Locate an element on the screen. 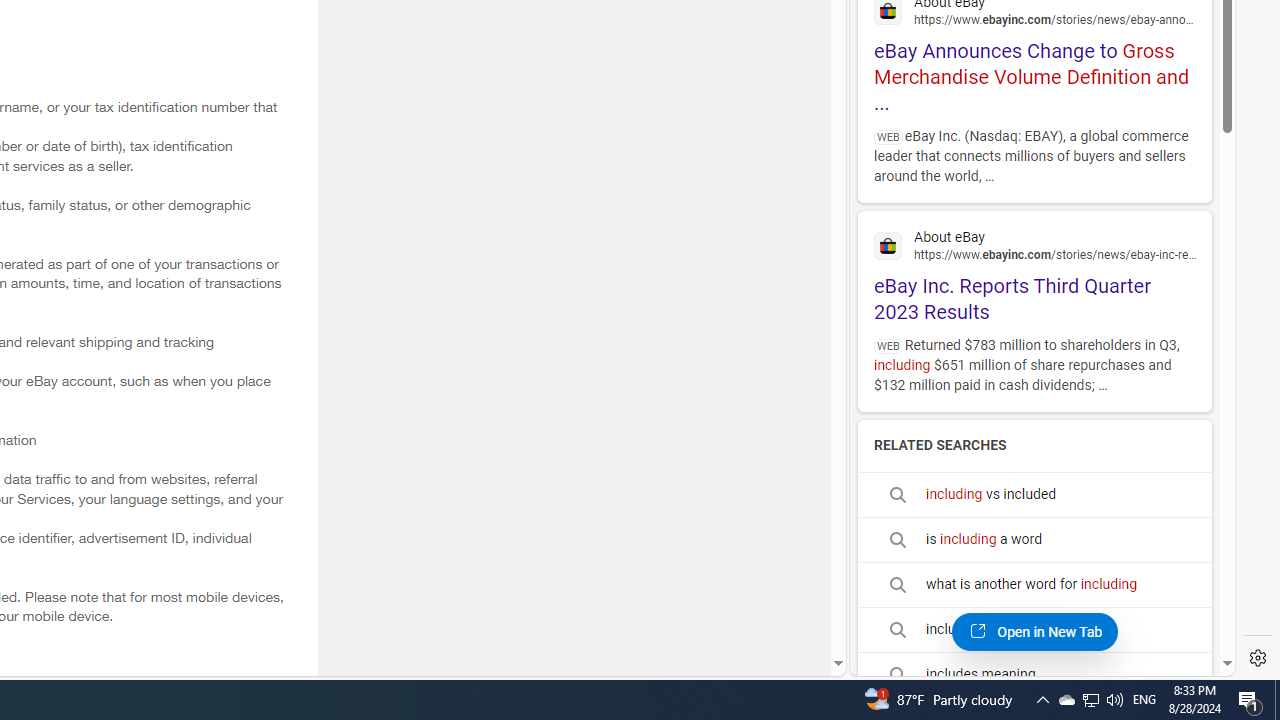 This screenshot has width=1280, height=720. 'eBay Inc. Reports Third Quarter 2023 Results' is located at coordinates (1034, 273).